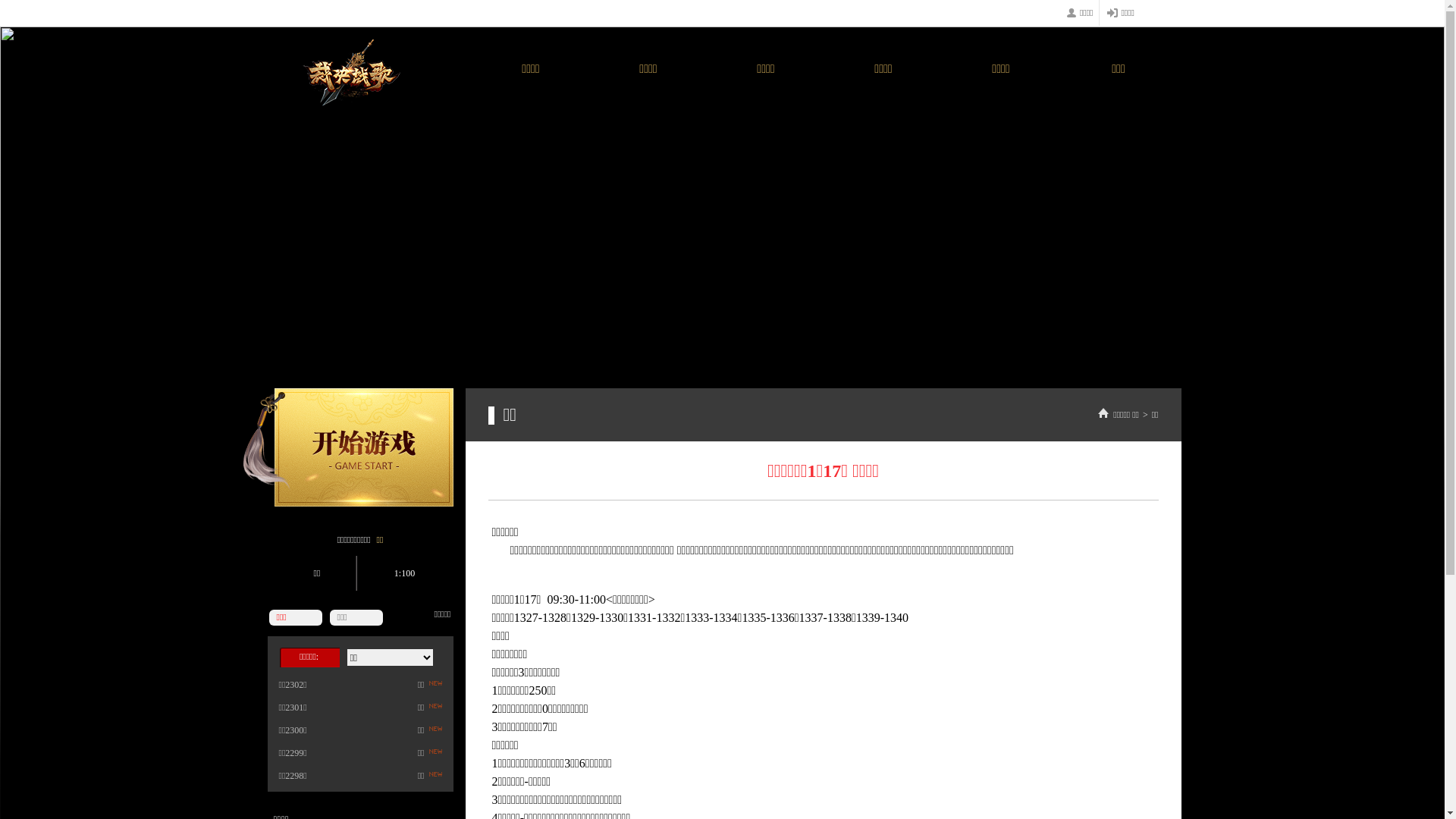 The width and height of the screenshot is (1456, 819). What do you see at coordinates (356, 573) in the screenshot?
I see `'1:100'` at bounding box center [356, 573].